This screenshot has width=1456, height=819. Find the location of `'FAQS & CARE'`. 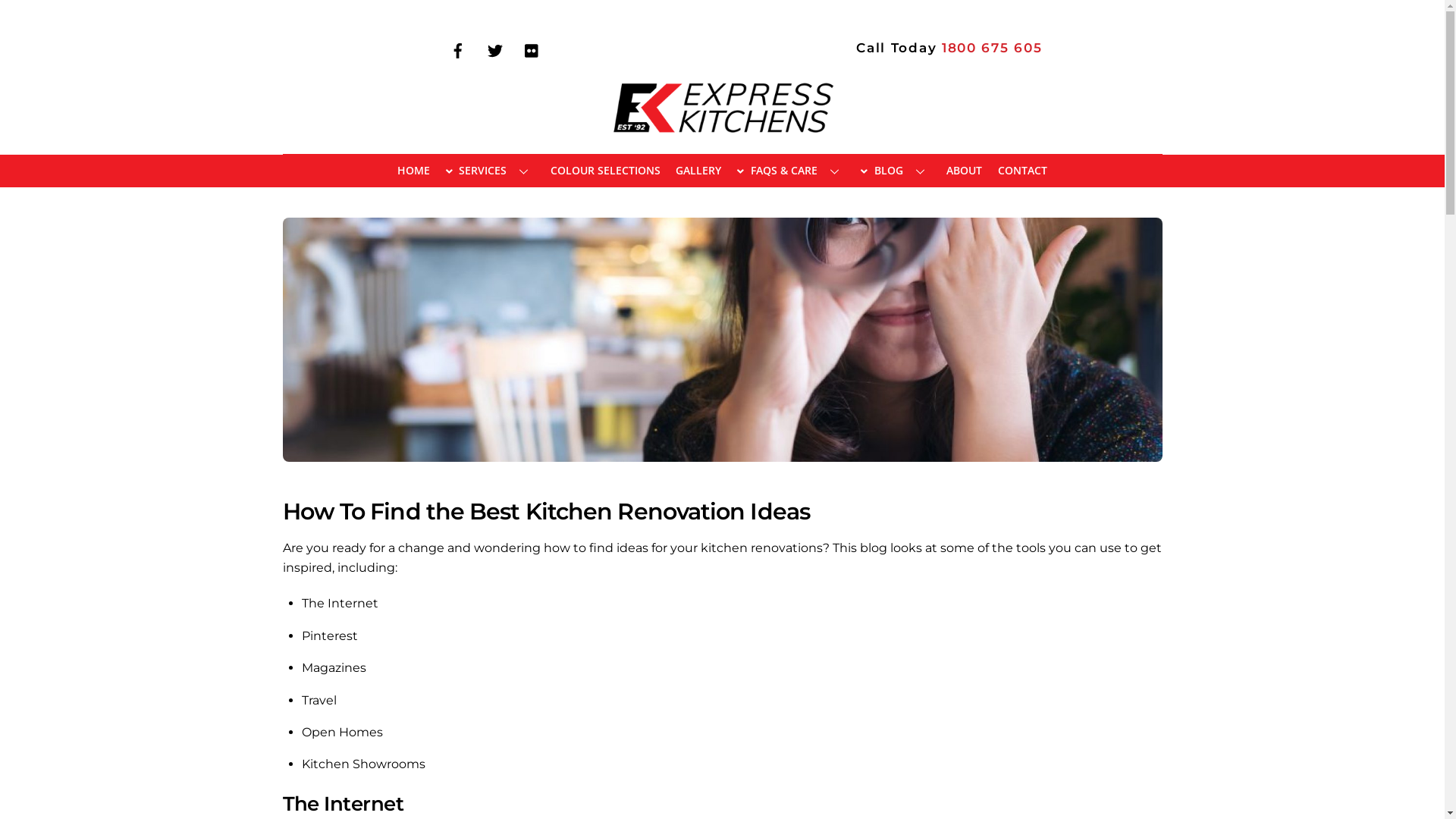

'FAQS & CARE' is located at coordinates (790, 170).